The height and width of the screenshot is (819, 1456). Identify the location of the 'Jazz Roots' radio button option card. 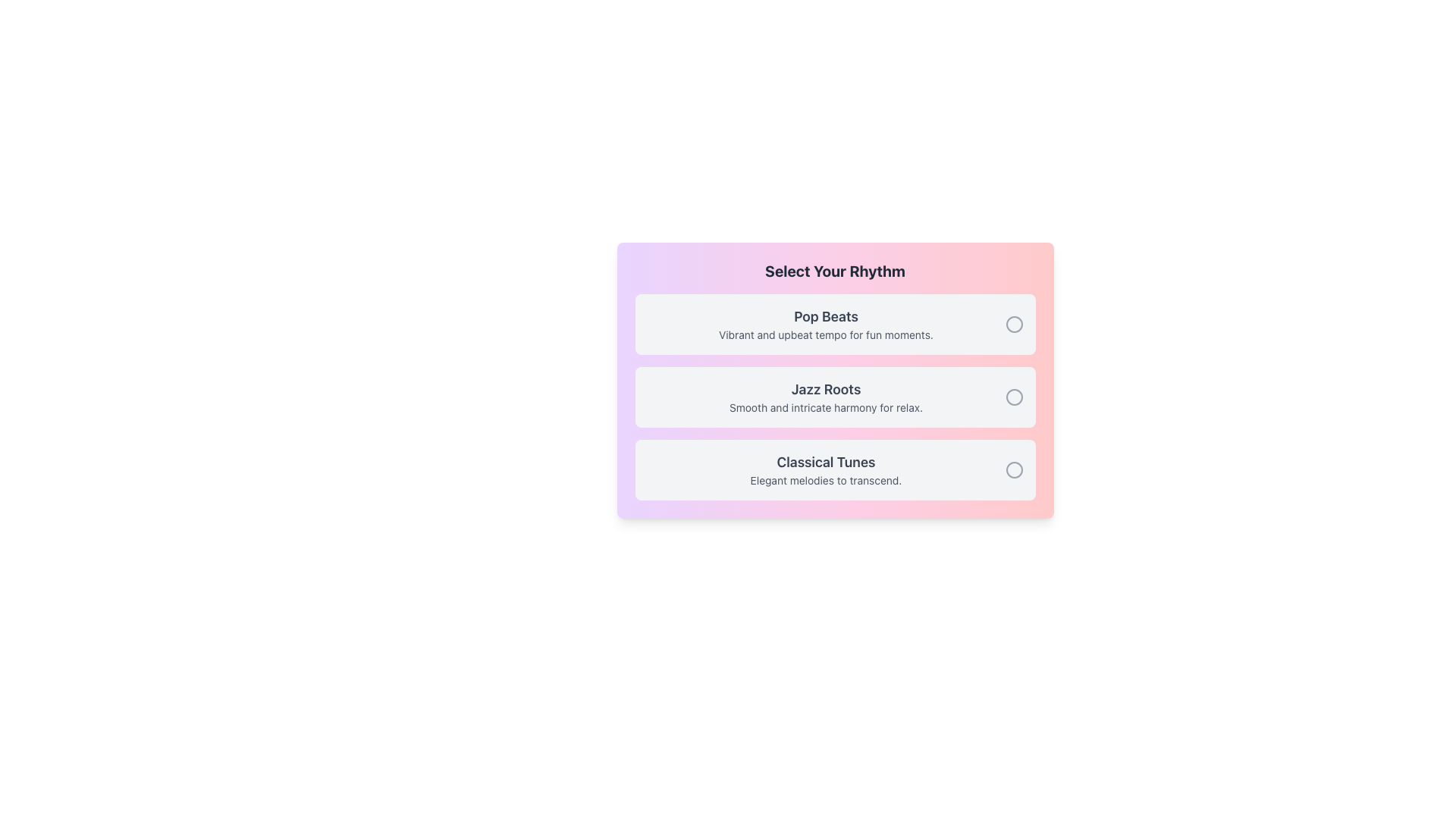
(834, 397).